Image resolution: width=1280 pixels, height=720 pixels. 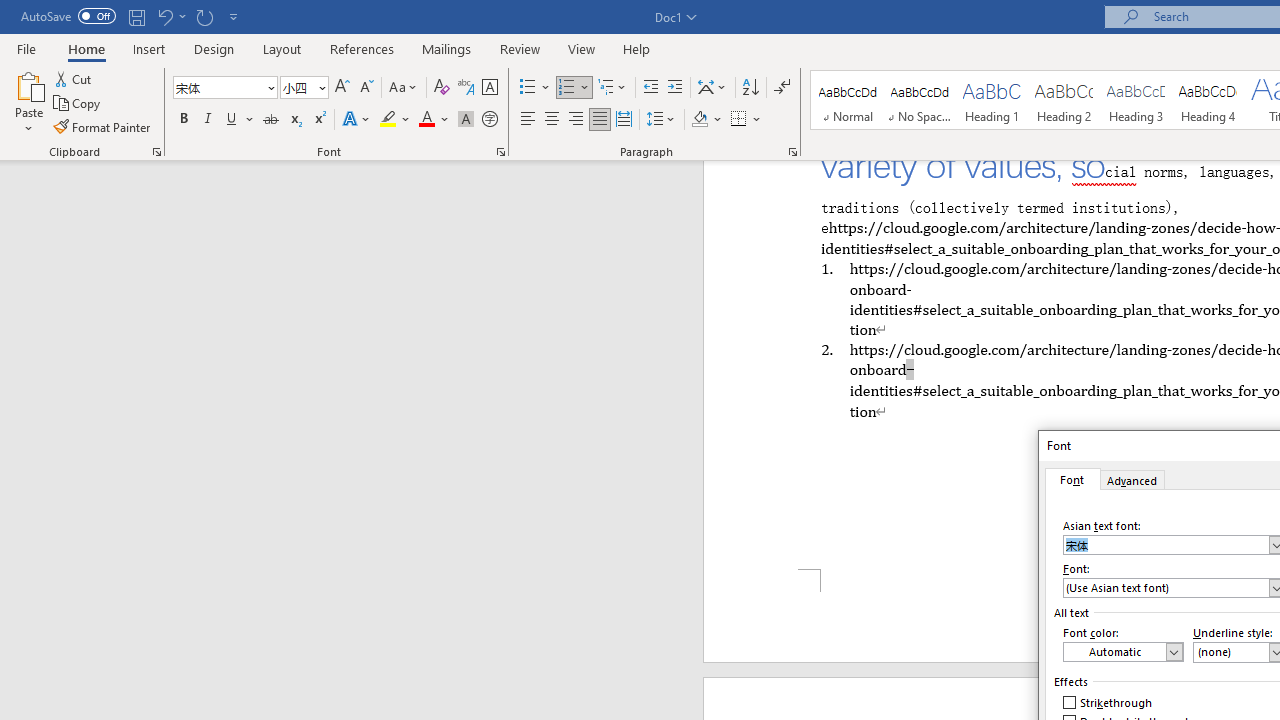 What do you see at coordinates (675, 86) in the screenshot?
I see `'Increase Indent'` at bounding box center [675, 86].